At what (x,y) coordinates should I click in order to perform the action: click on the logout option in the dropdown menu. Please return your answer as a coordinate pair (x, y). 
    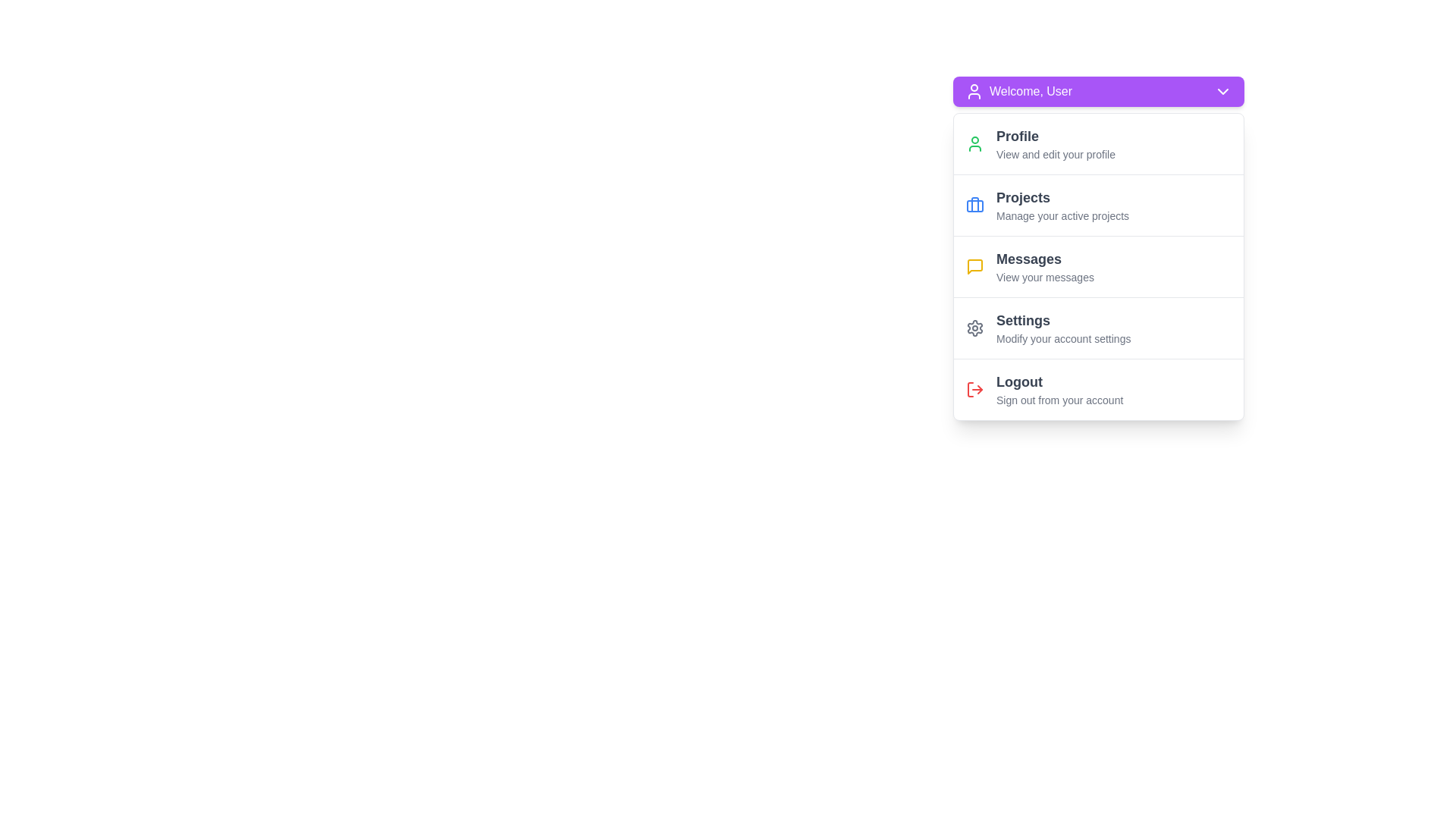
    Looking at the image, I should click on (1059, 388).